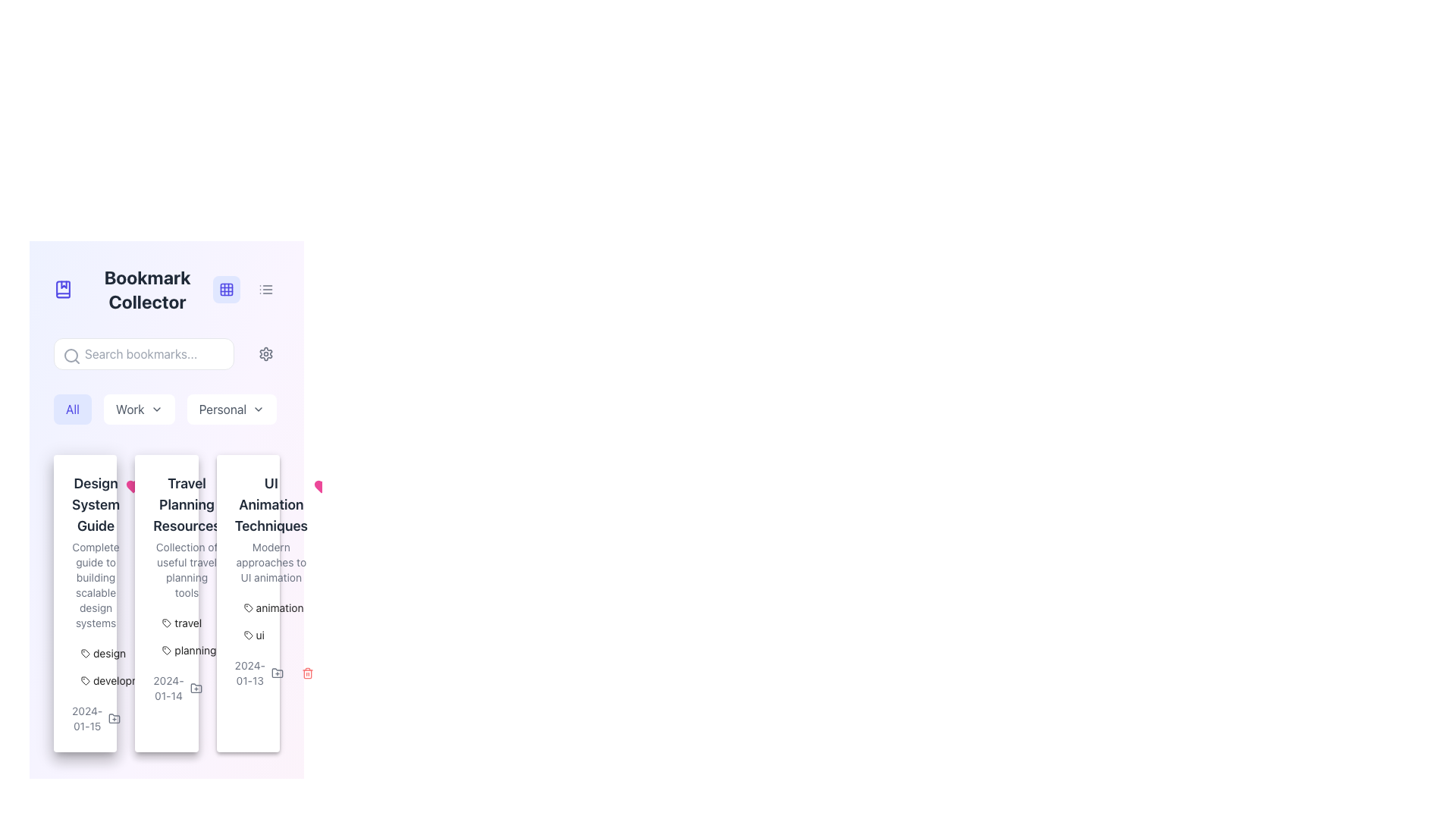  I want to click on the 'Add Folder' button located below the '2024-01-13' date text in the card titled 'UI Animation Techniques', so click(277, 672).